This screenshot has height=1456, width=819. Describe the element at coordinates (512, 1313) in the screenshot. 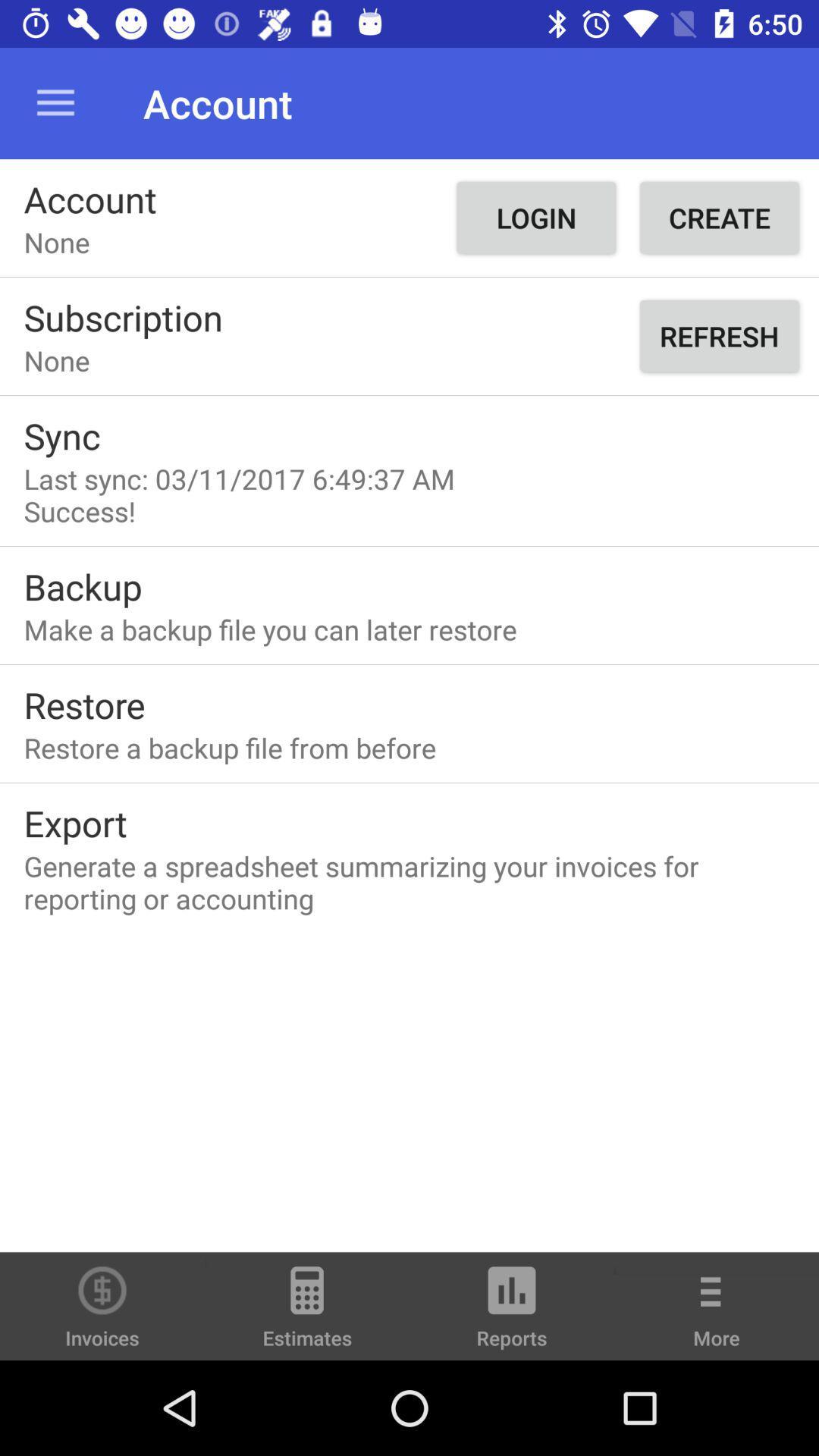

I see `item to the left of the more item` at that location.